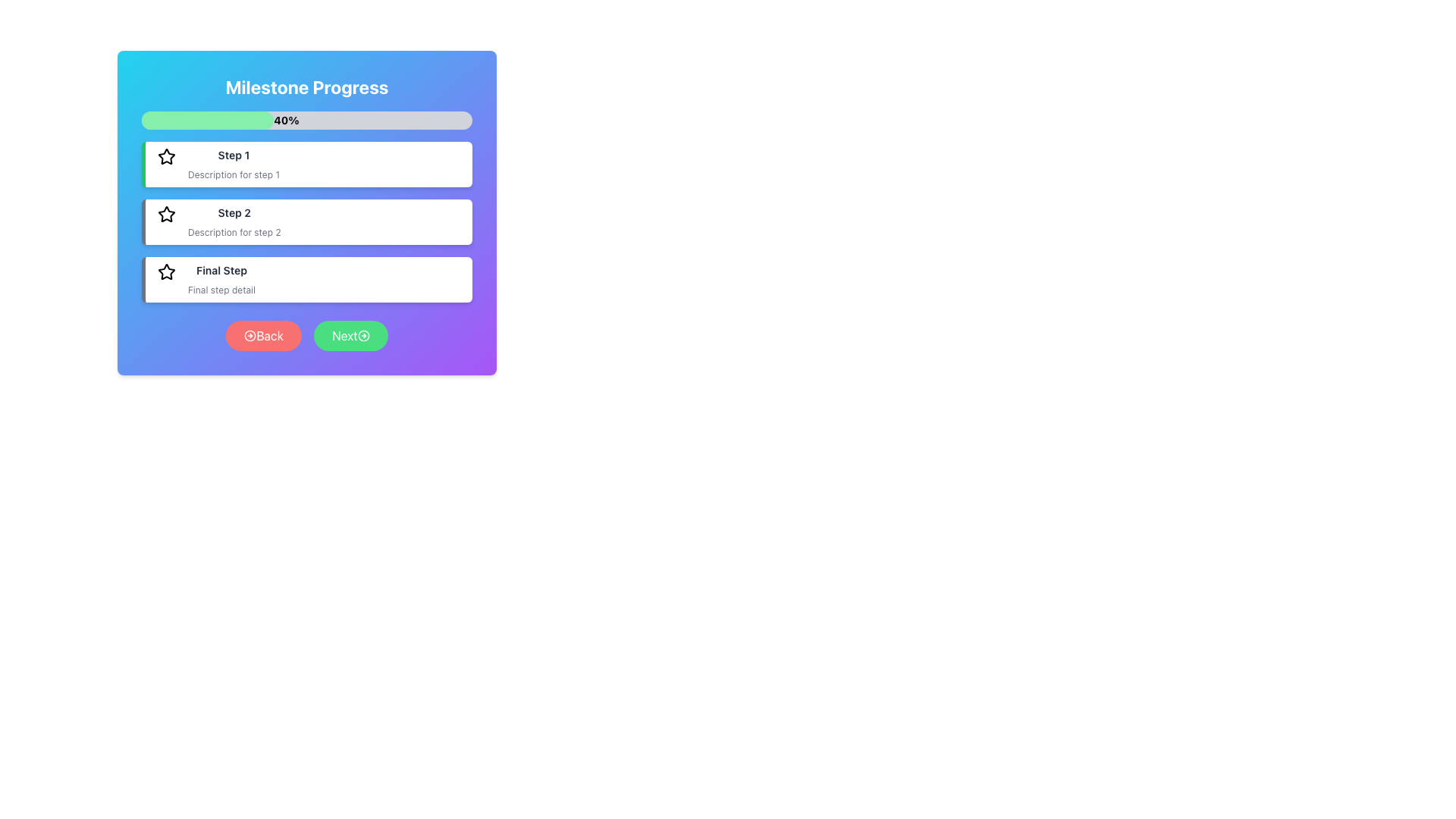 This screenshot has width=1456, height=819. What do you see at coordinates (306, 222) in the screenshot?
I see `the center of the List Item displaying 'Step 2'` at bounding box center [306, 222].